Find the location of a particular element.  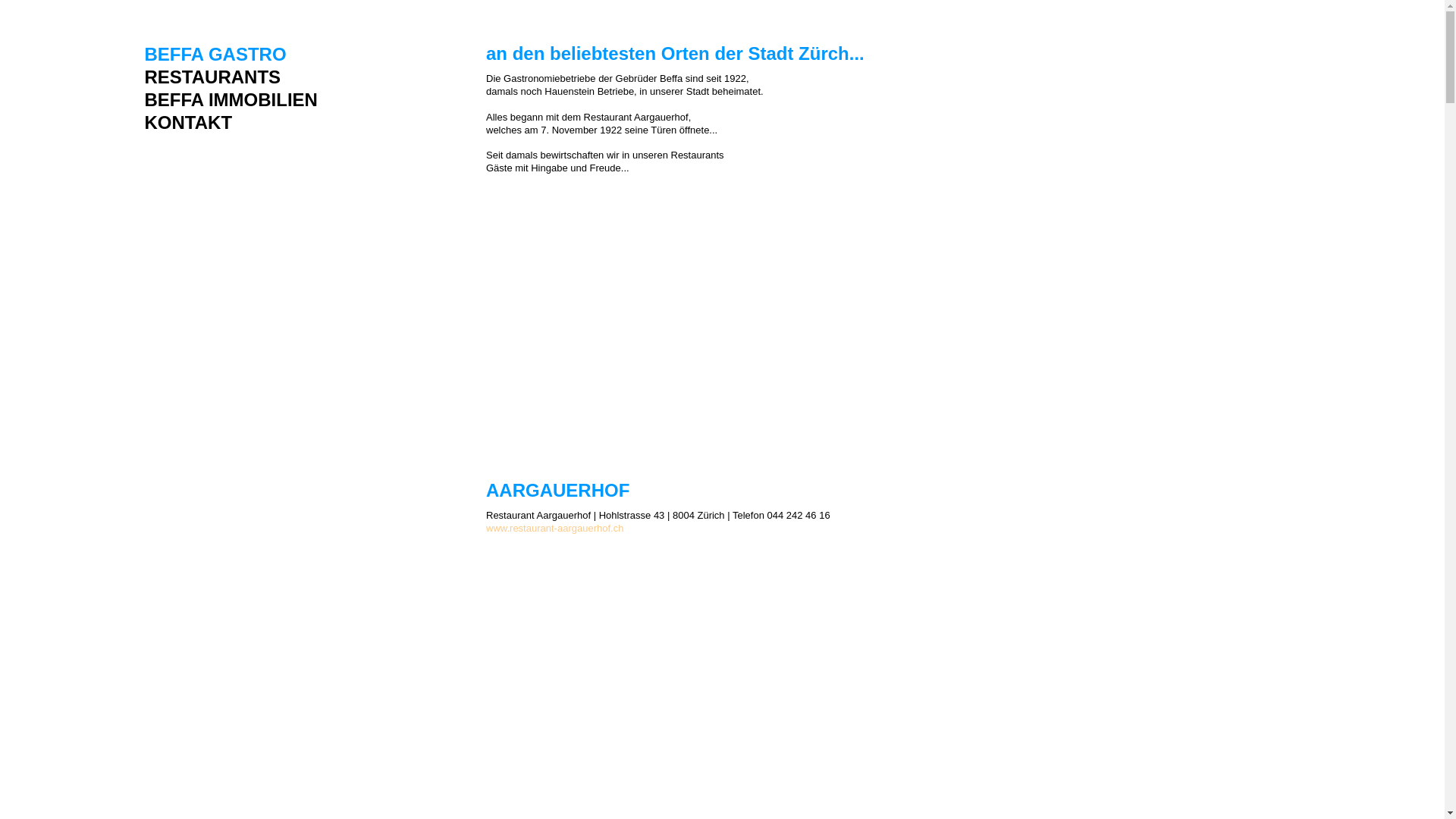

'BEFFA GASTRO' is located at coordinates (229, 54).